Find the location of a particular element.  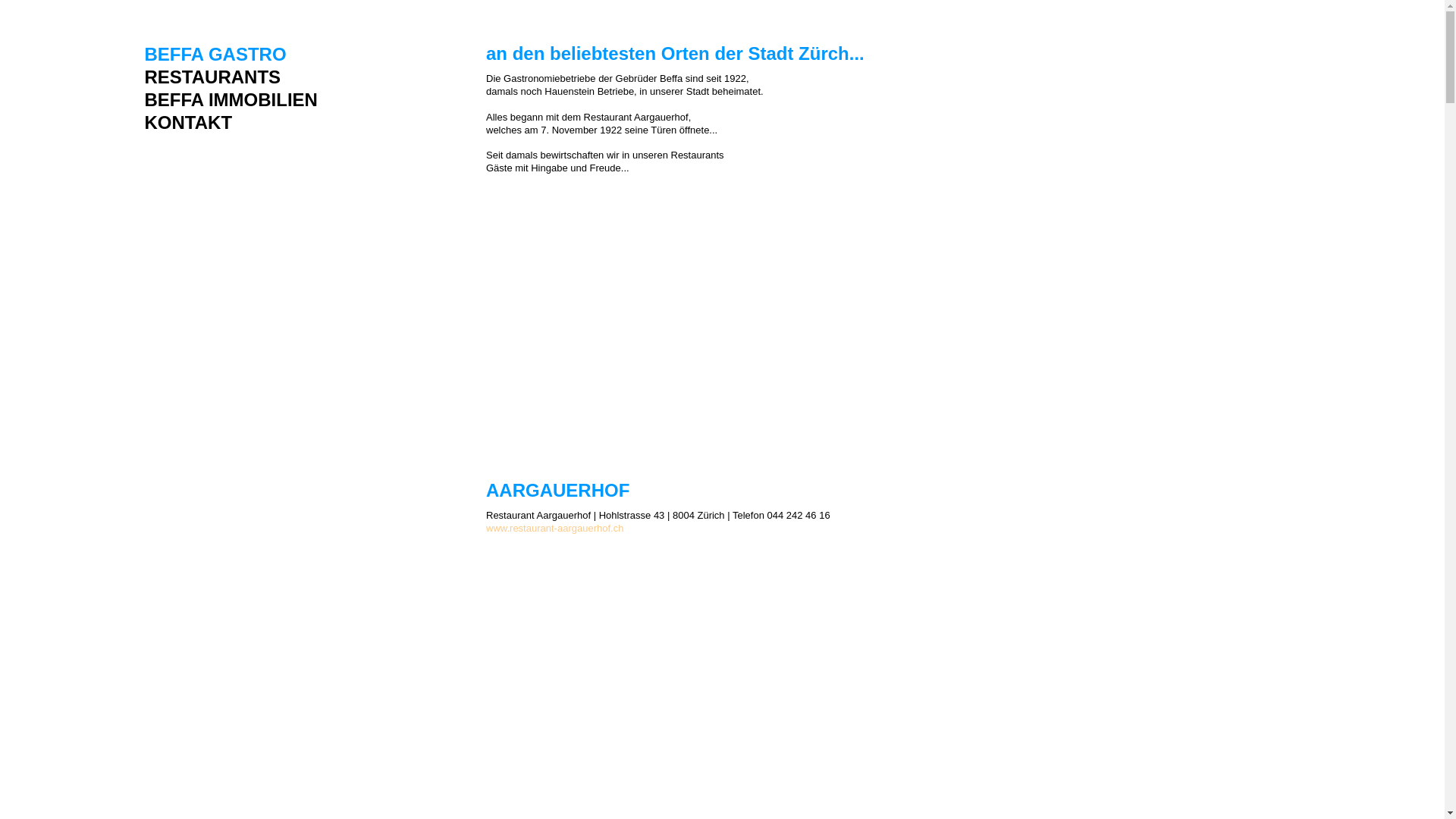

'BEFFA GASTRO' is located at coordinates (229, 54).